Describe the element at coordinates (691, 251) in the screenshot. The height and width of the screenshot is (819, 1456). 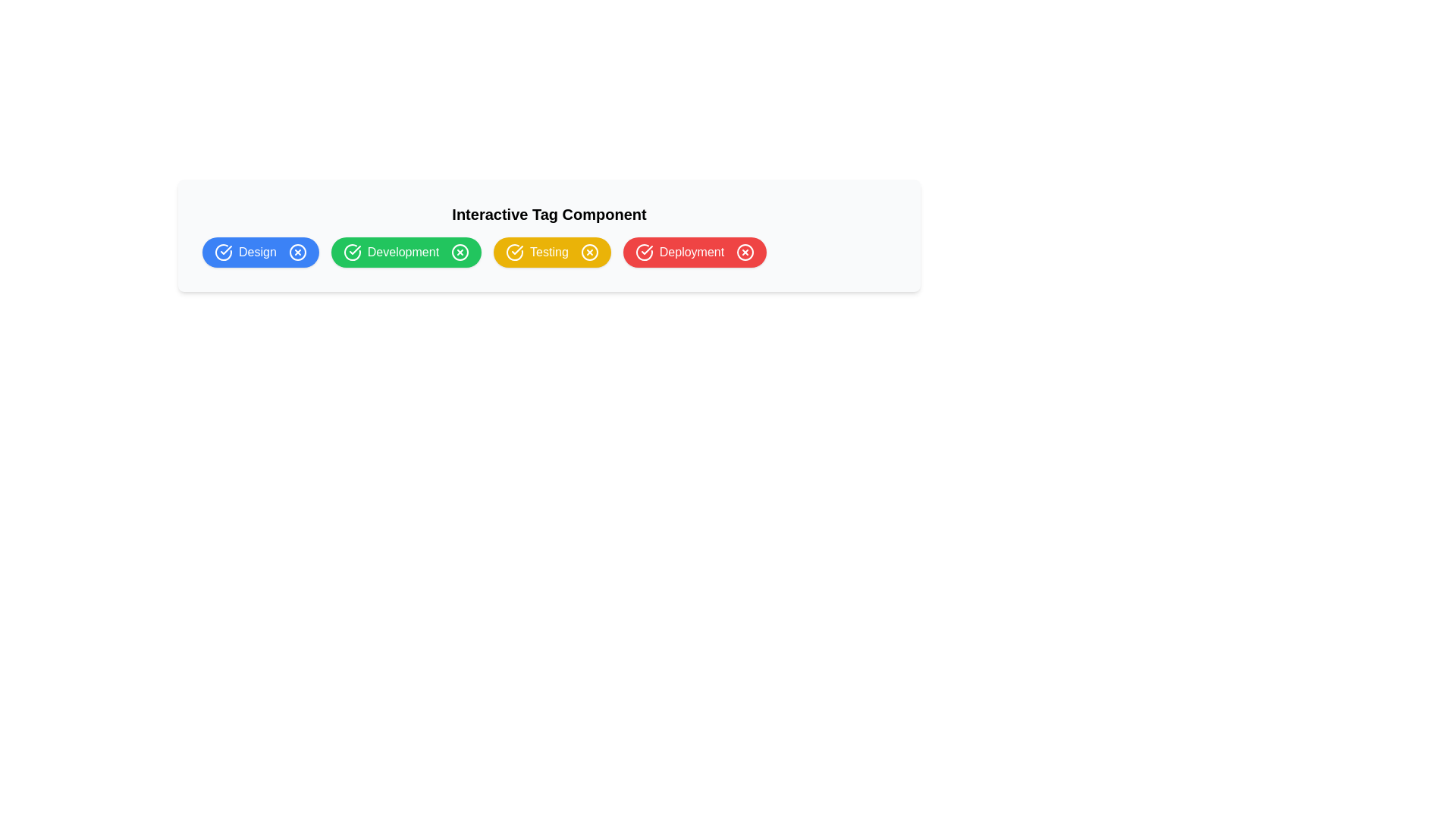
I see `text label that identifies the 'Deployment' stage in the workflow, located within a red rounded rectangle and aligned with a checkmark icon` at that location.